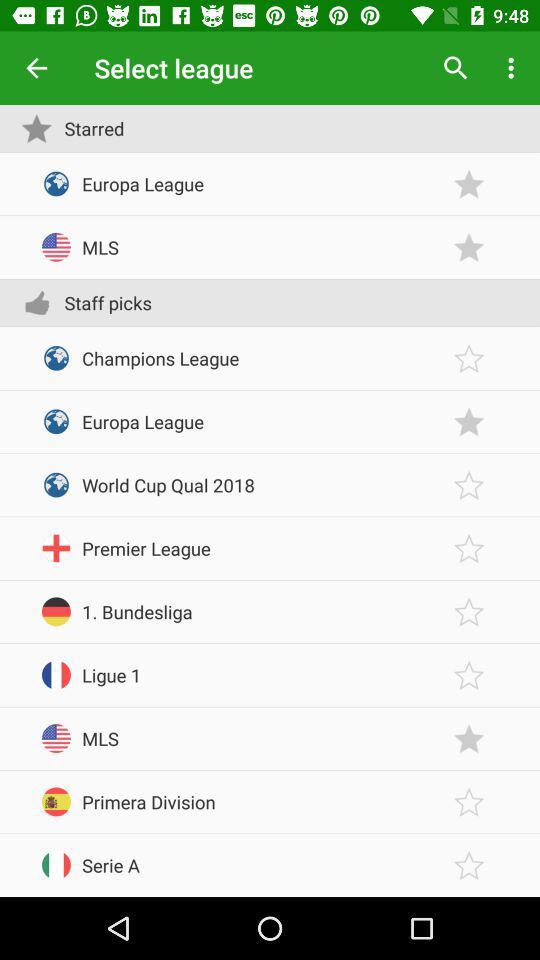 This screenshot has height=960, width=540. Describe the element at coordinates (469, 737) in the screenshot. I see `to favorites` at that location.